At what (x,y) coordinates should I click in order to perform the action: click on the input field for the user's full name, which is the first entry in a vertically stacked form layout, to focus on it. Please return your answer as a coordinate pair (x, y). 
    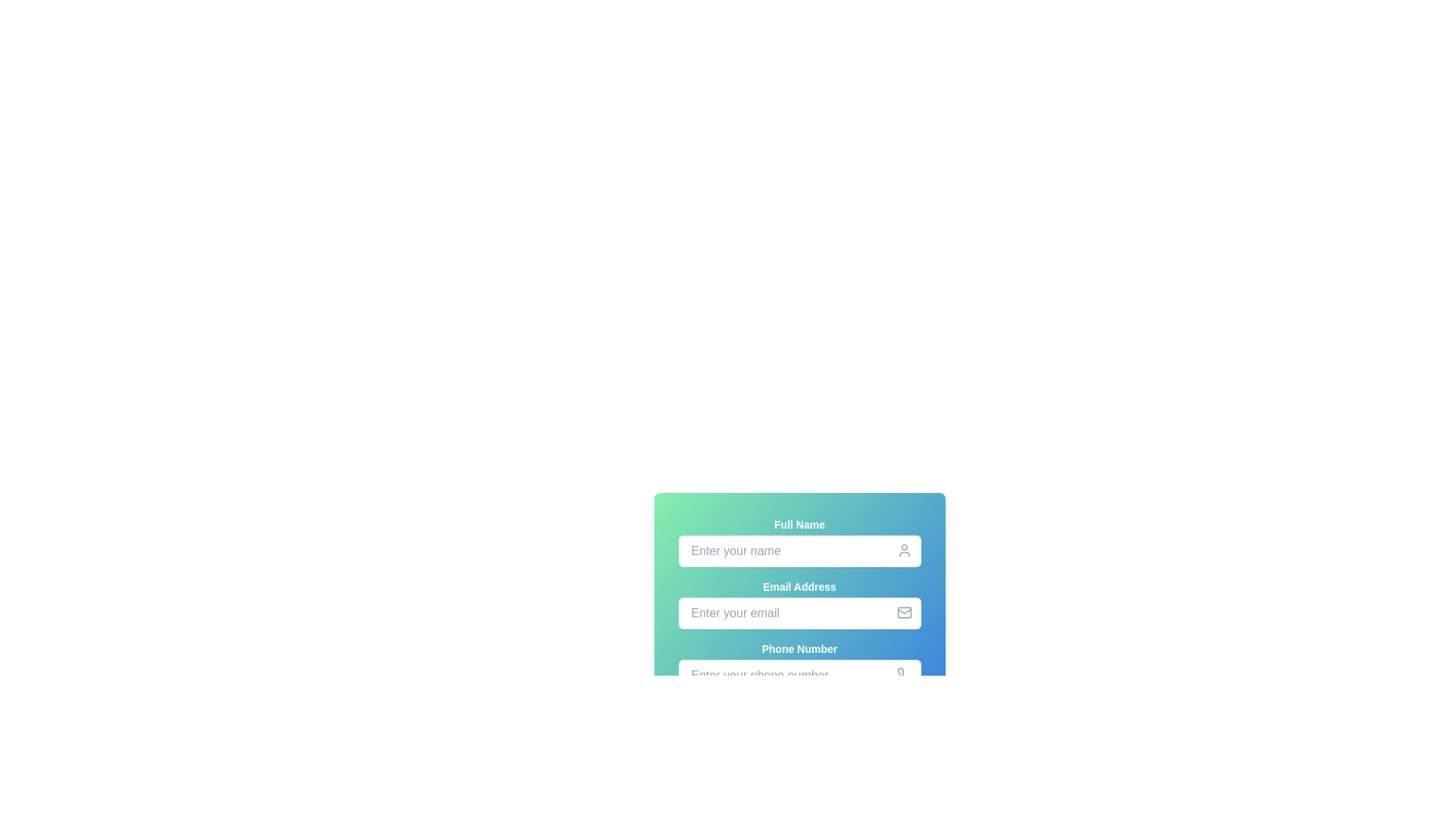
    Looking at the image, I should click on (799, 541).